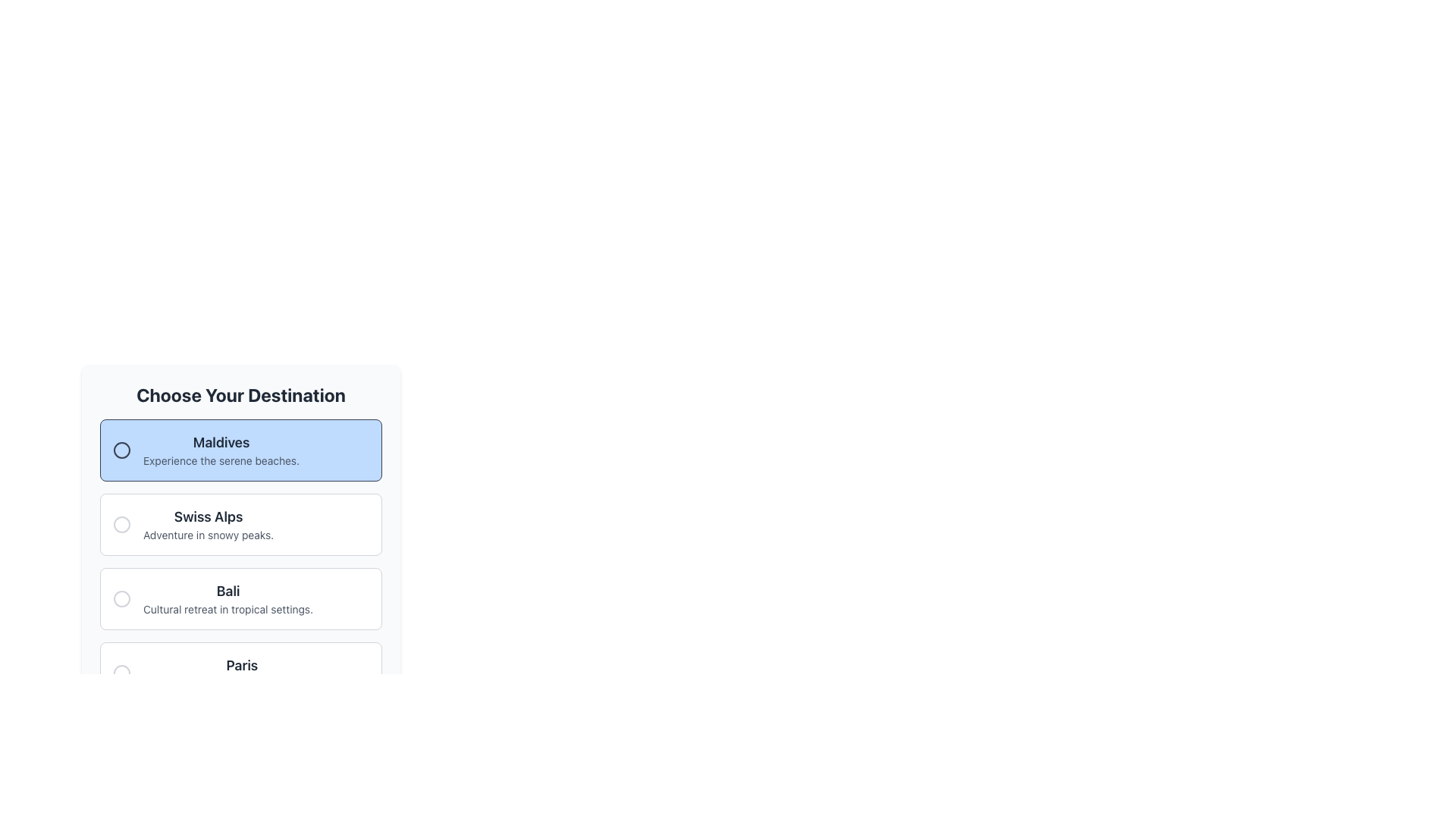 This screenshot has height=819, width=1456. Describe the element at coordinates (122, 450) in the screenshot. I see `SVG Circle element that is part of the icon on the left side of the 'Maldives' button, which is styled with a thin stroke and no fill` at that location.